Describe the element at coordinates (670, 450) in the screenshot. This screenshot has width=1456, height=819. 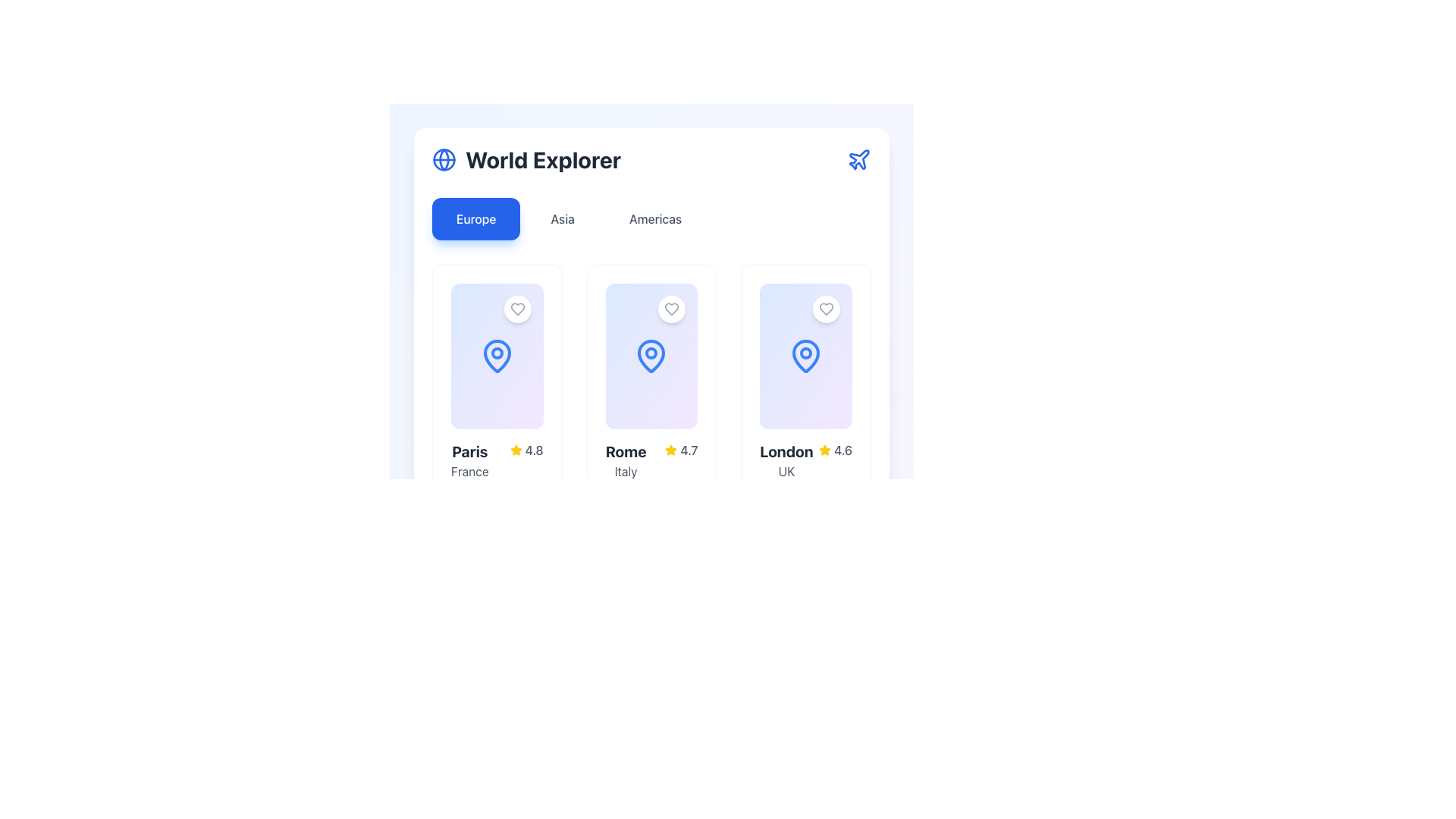
I see `the star icon representing the rating value of '4.7' located in the second card labeled 'Rome'` at that location.